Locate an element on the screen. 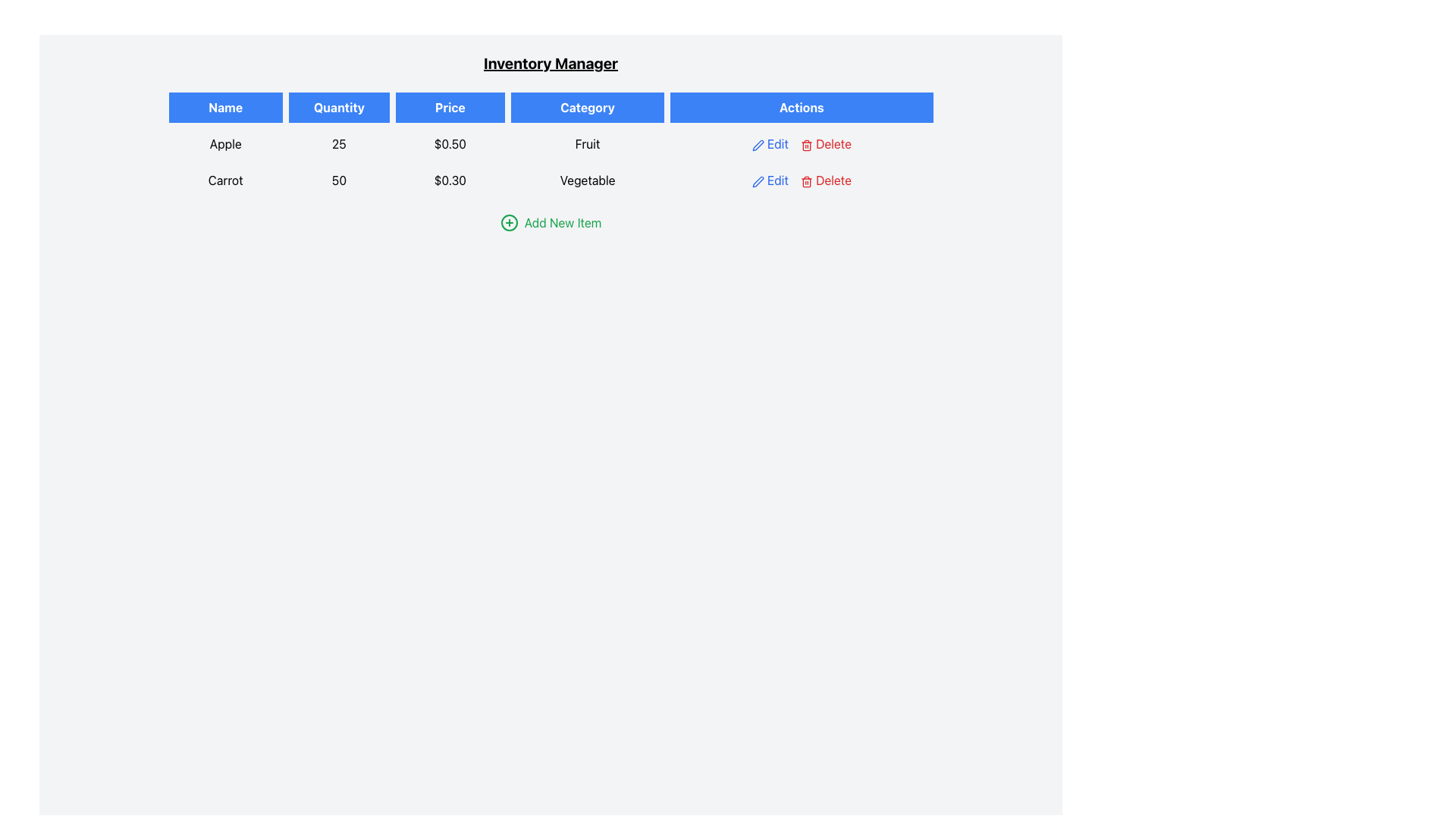  the 'Name' text label element, which has a blue background and white text, located at the top-left corner of the layout in a header row of a table is located at coordinates (224, 107).